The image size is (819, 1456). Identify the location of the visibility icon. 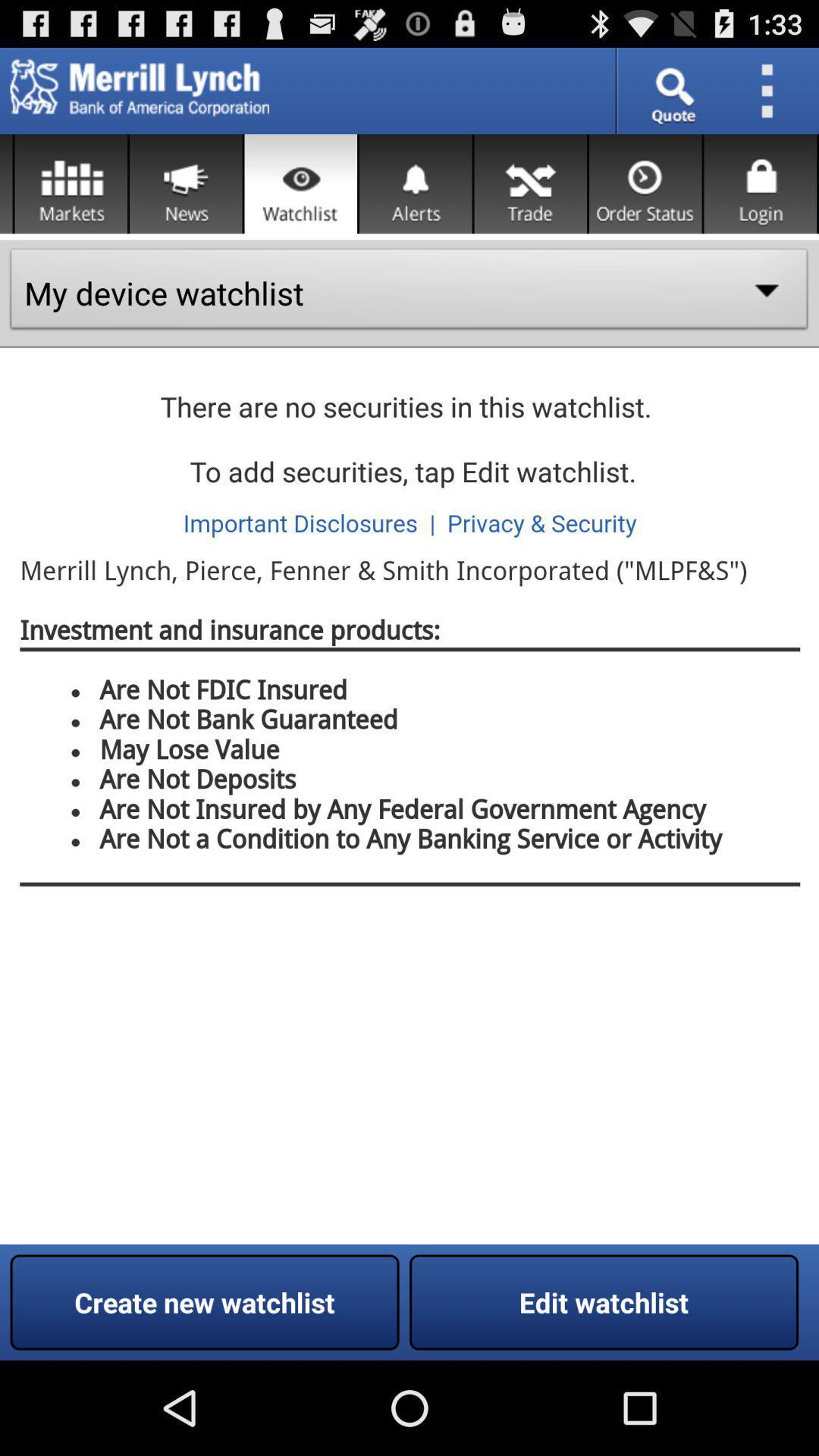
(300, 196).